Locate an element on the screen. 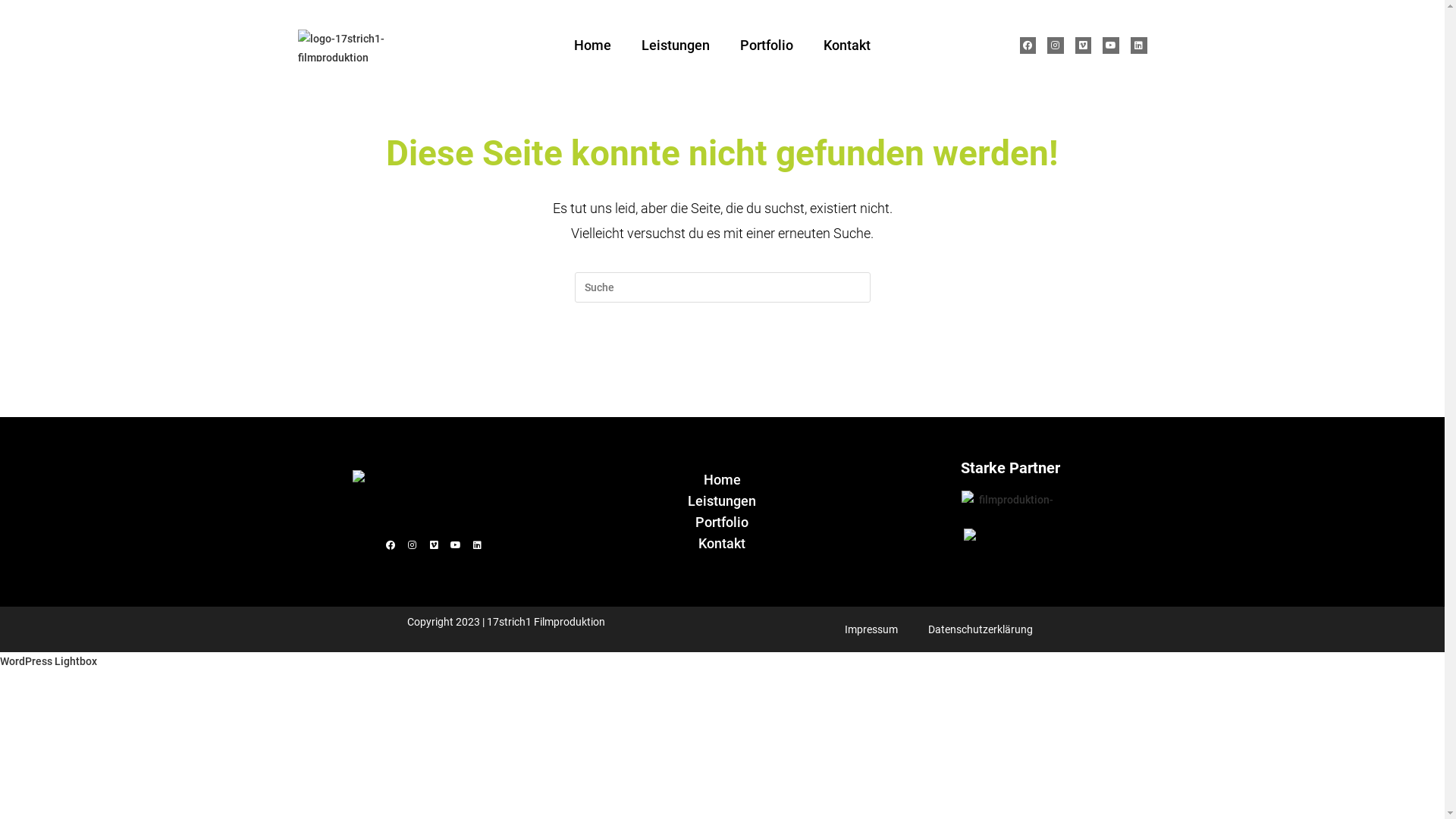 This screenshot has height=819, width=1456. 'Home' is located at coordinates (720, 479).